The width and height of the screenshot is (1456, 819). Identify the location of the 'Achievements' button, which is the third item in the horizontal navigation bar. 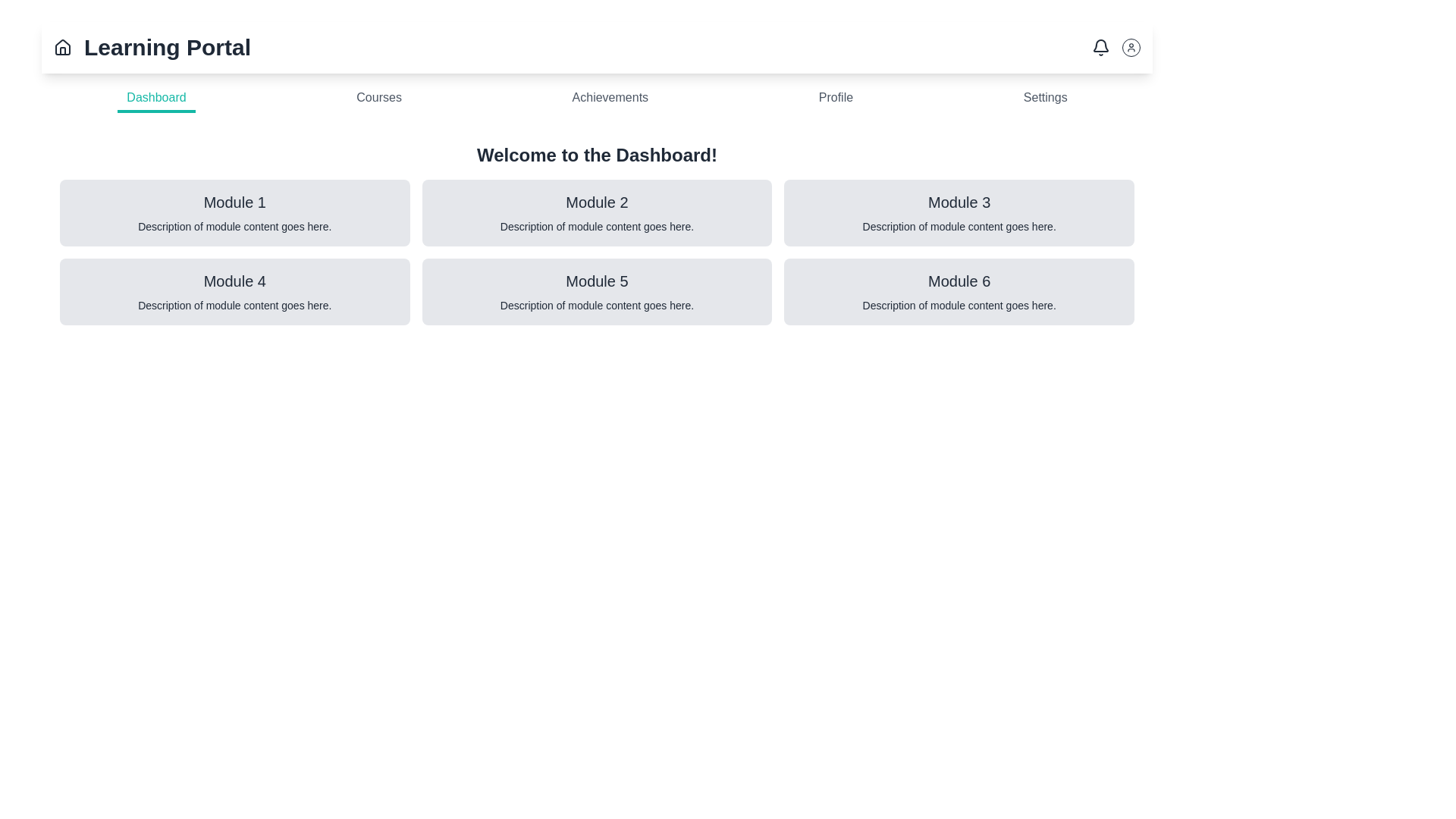
(610, 99).